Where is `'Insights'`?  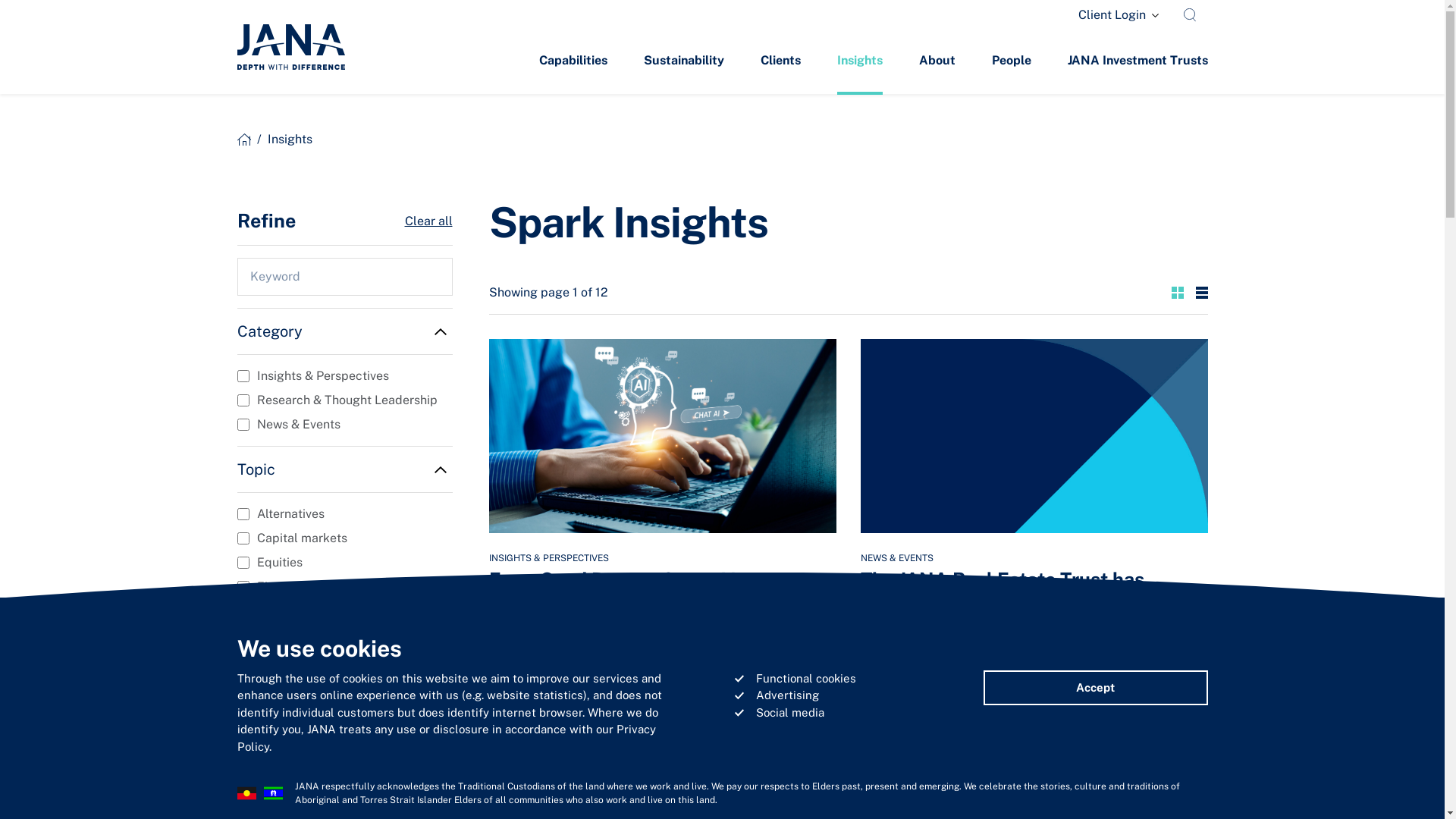
'Insights' is located at coordinates (859, 61).